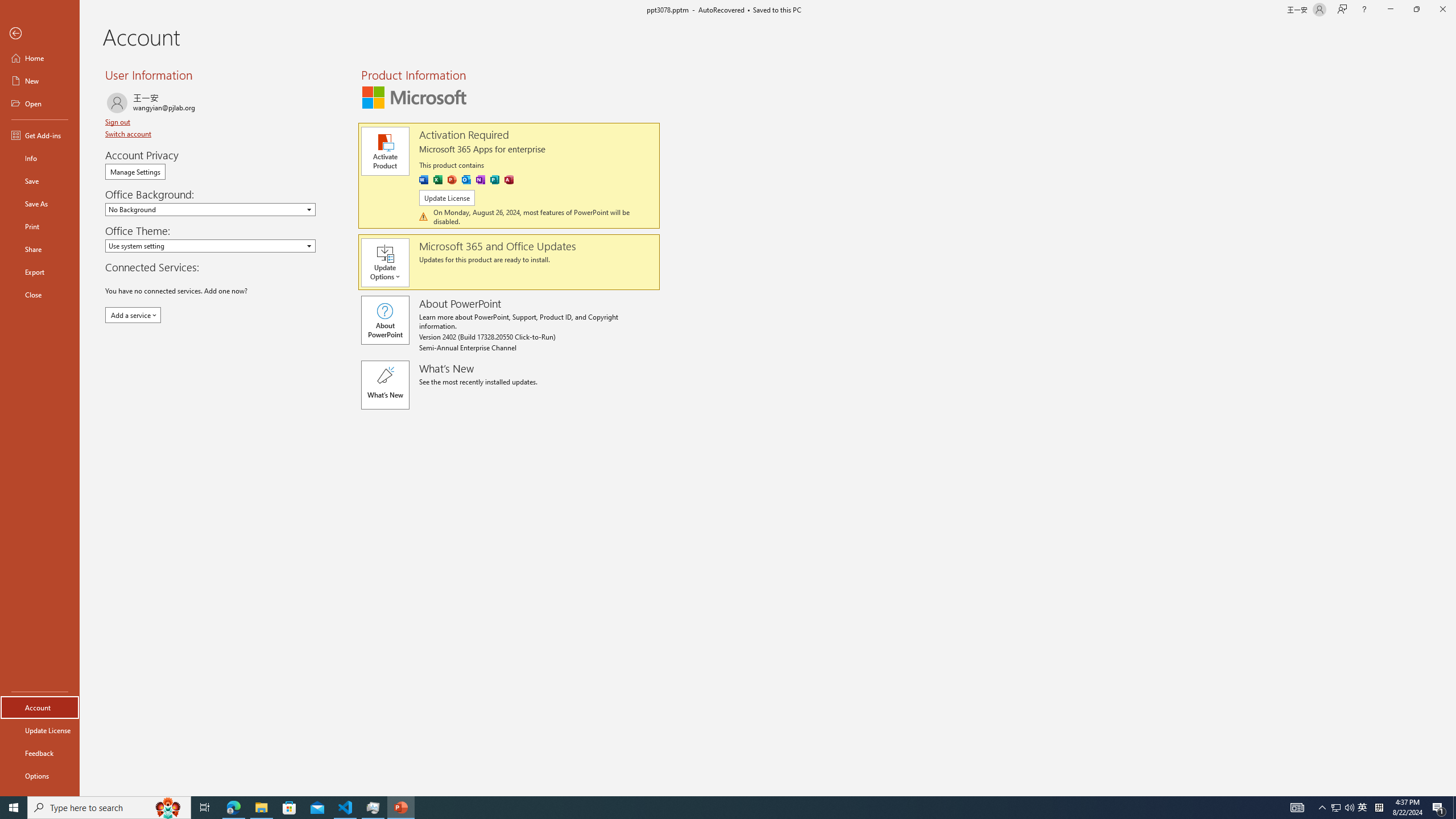  Describe the element at coordinates (496, 102) in the screenshot. I see `'Distributed'` at that location.